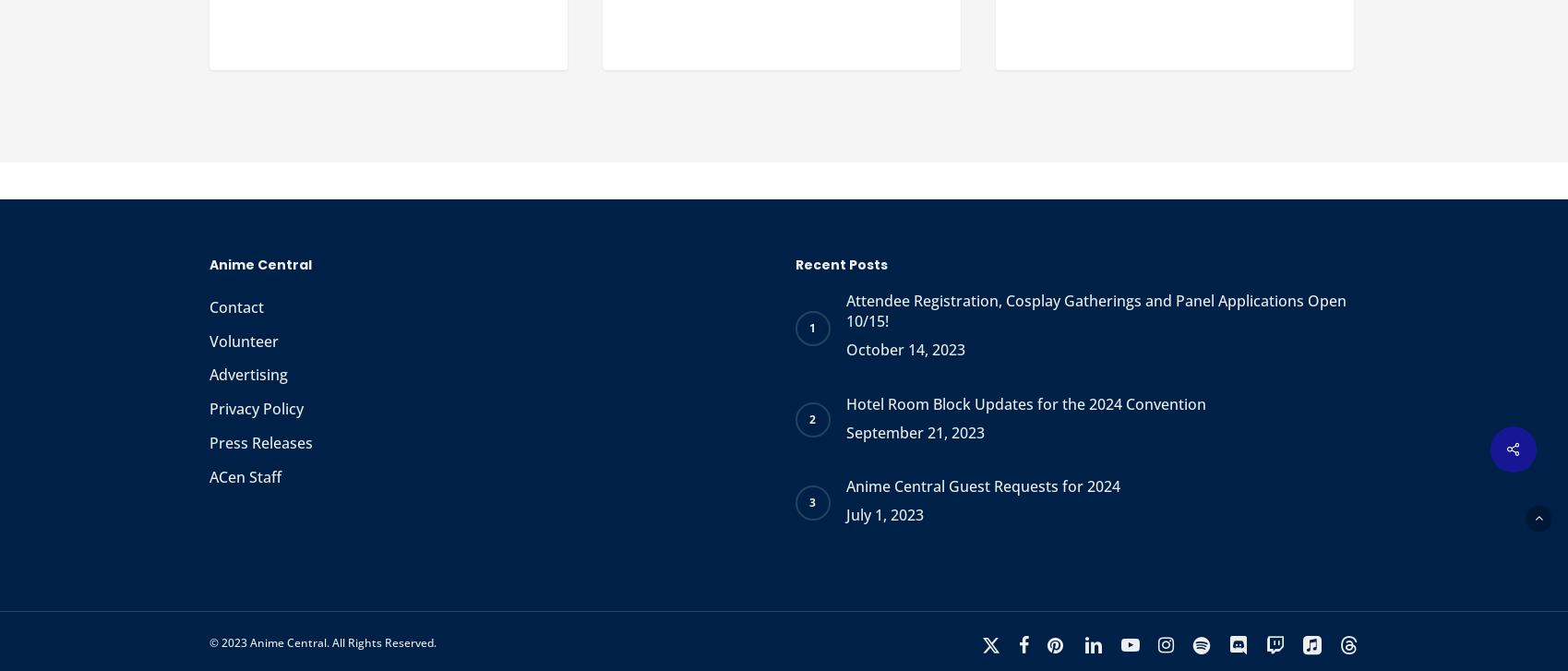 This screenshot has height=671, width=1568. What do you see at coordinates (209, 264) in the screenshot?
I see `'Anime Central'` at bounding box center [209, 264].